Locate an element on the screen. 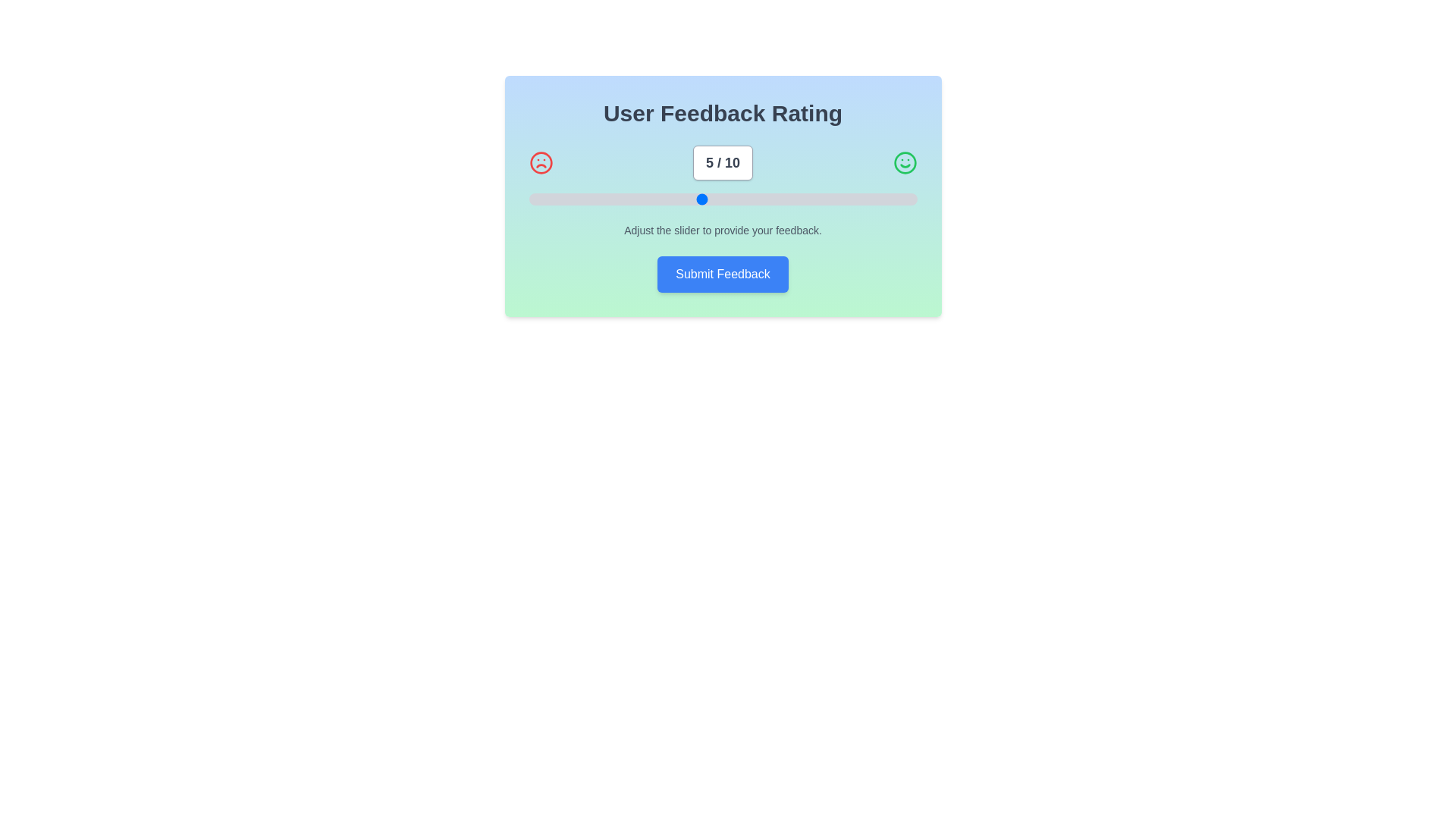 Image resolution: width=1456 pixels, height=819 pixels. the smile icon in the FeedbackSlider component is located at coordinates (905, 163).